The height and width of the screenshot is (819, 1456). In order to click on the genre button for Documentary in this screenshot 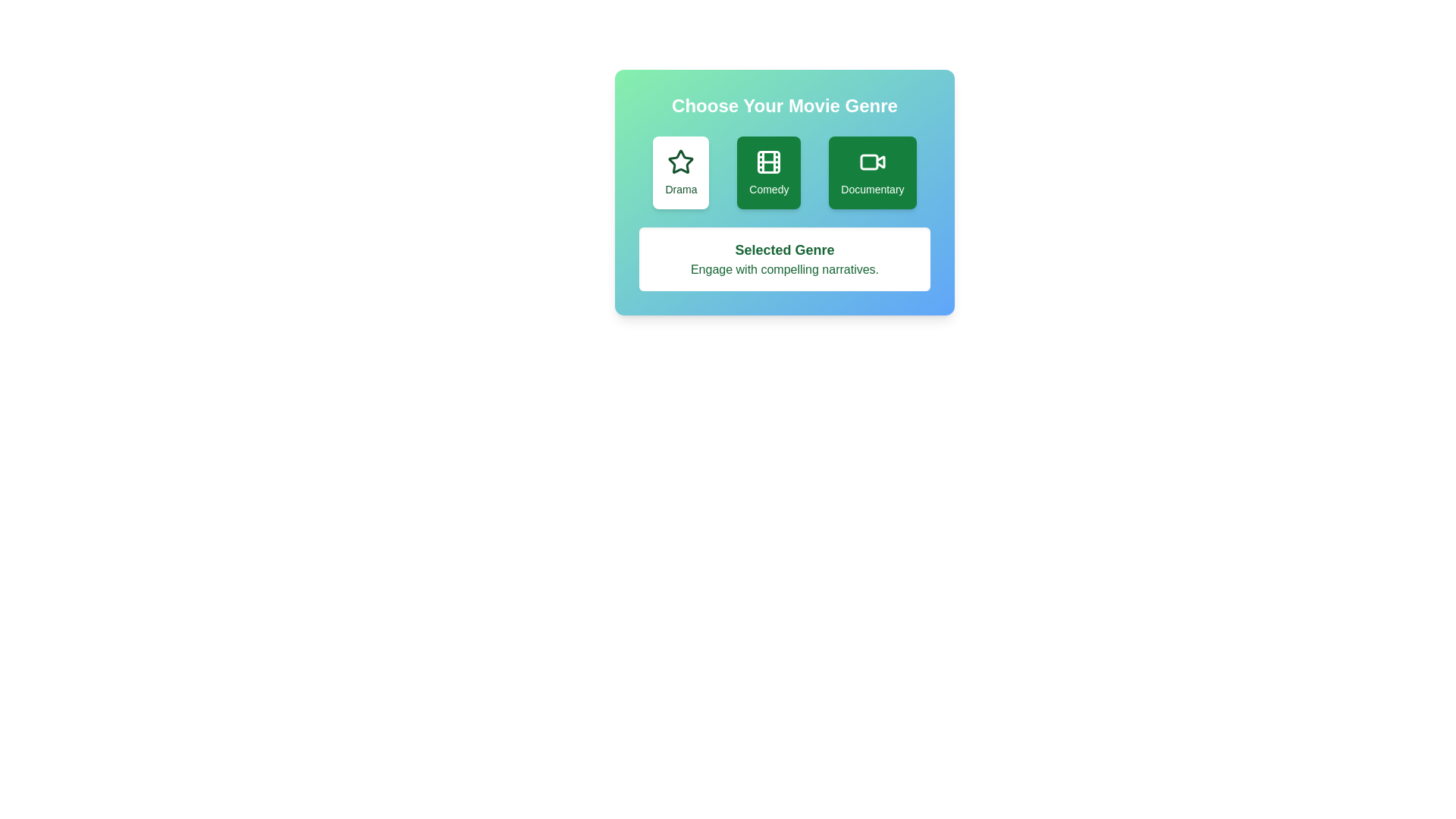, I will do `click(872, 171)`.